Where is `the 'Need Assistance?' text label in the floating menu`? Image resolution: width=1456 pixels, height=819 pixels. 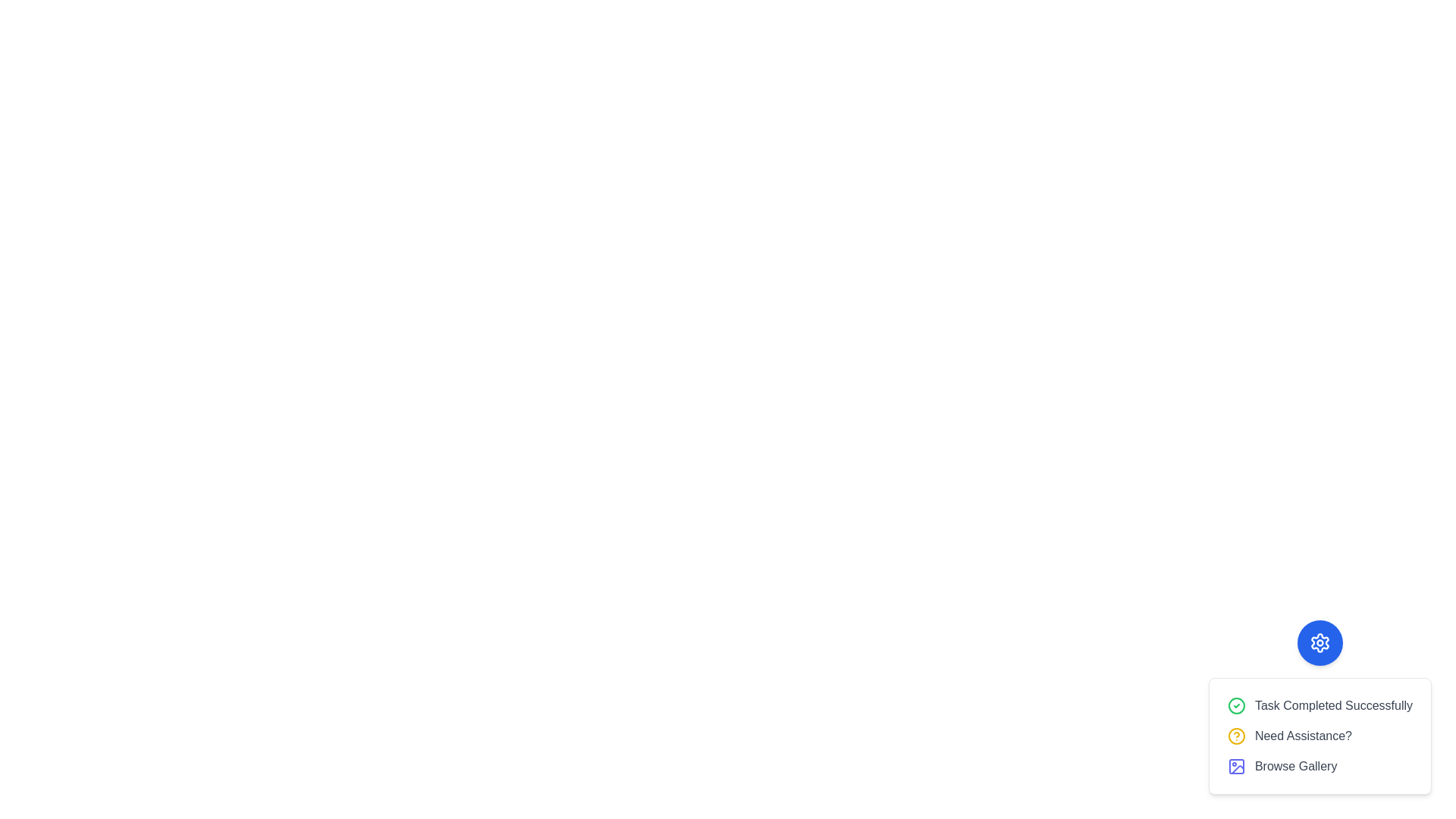
the 'Need Assistance?' text label in the floating menu is located at coordinates (1302, 736).